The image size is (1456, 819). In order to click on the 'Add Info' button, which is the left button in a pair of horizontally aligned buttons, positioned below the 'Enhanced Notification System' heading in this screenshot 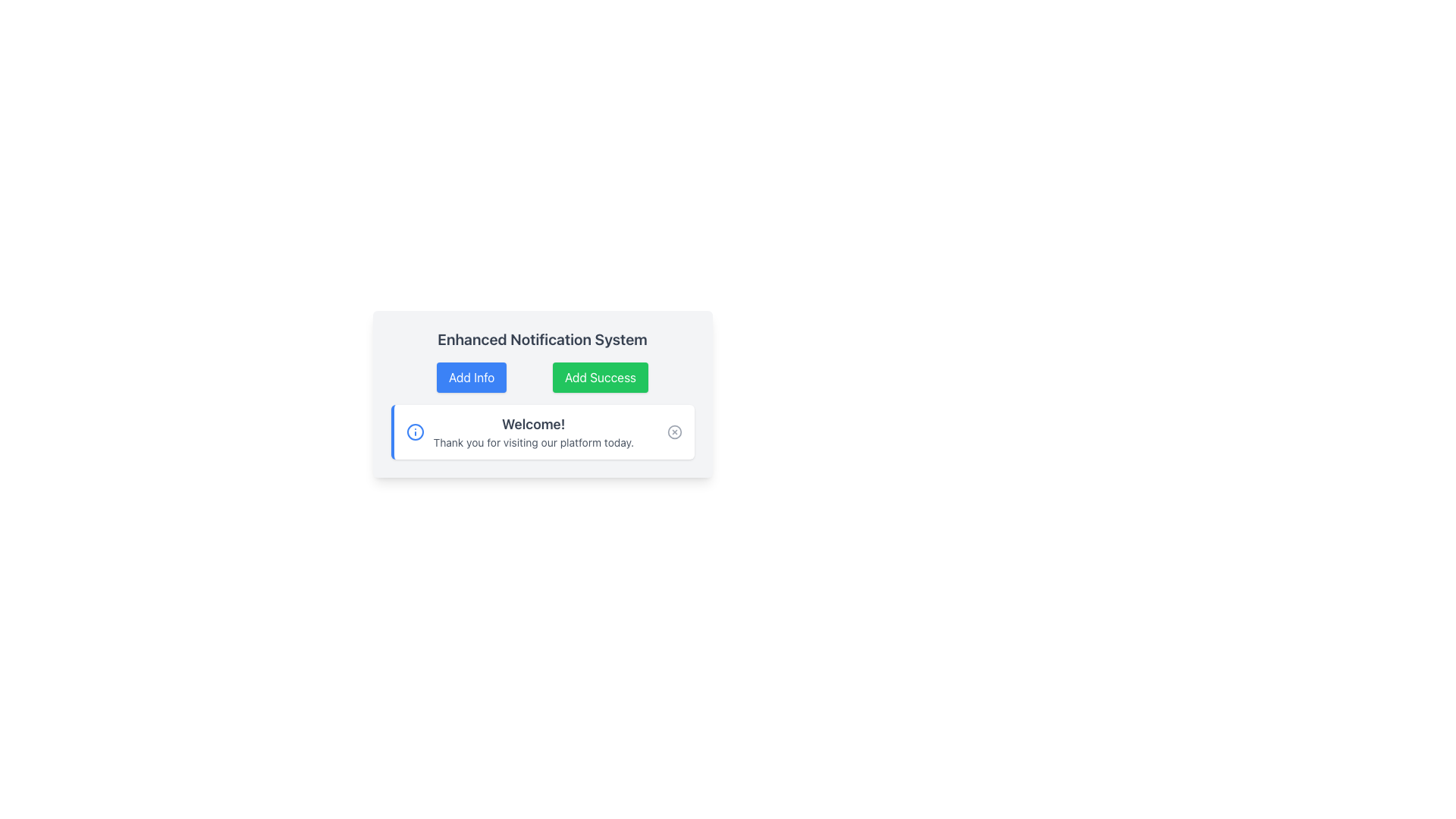, I will do `click(471, 376)`.